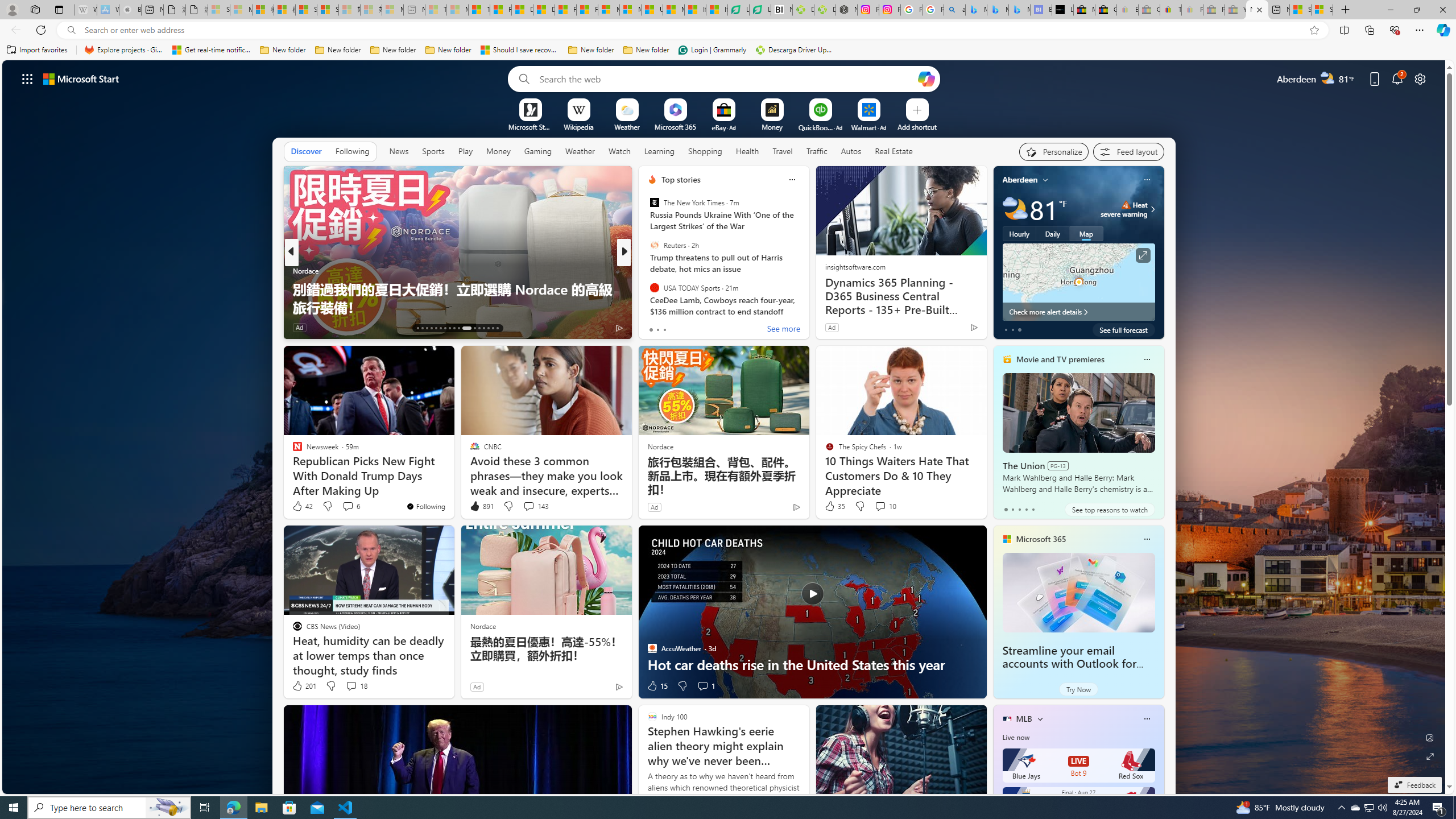  What do you see at coordinates (458, 328) in the screenshot?
I see `'AutomationID: tab-22'` at bounding box center [458, 328].